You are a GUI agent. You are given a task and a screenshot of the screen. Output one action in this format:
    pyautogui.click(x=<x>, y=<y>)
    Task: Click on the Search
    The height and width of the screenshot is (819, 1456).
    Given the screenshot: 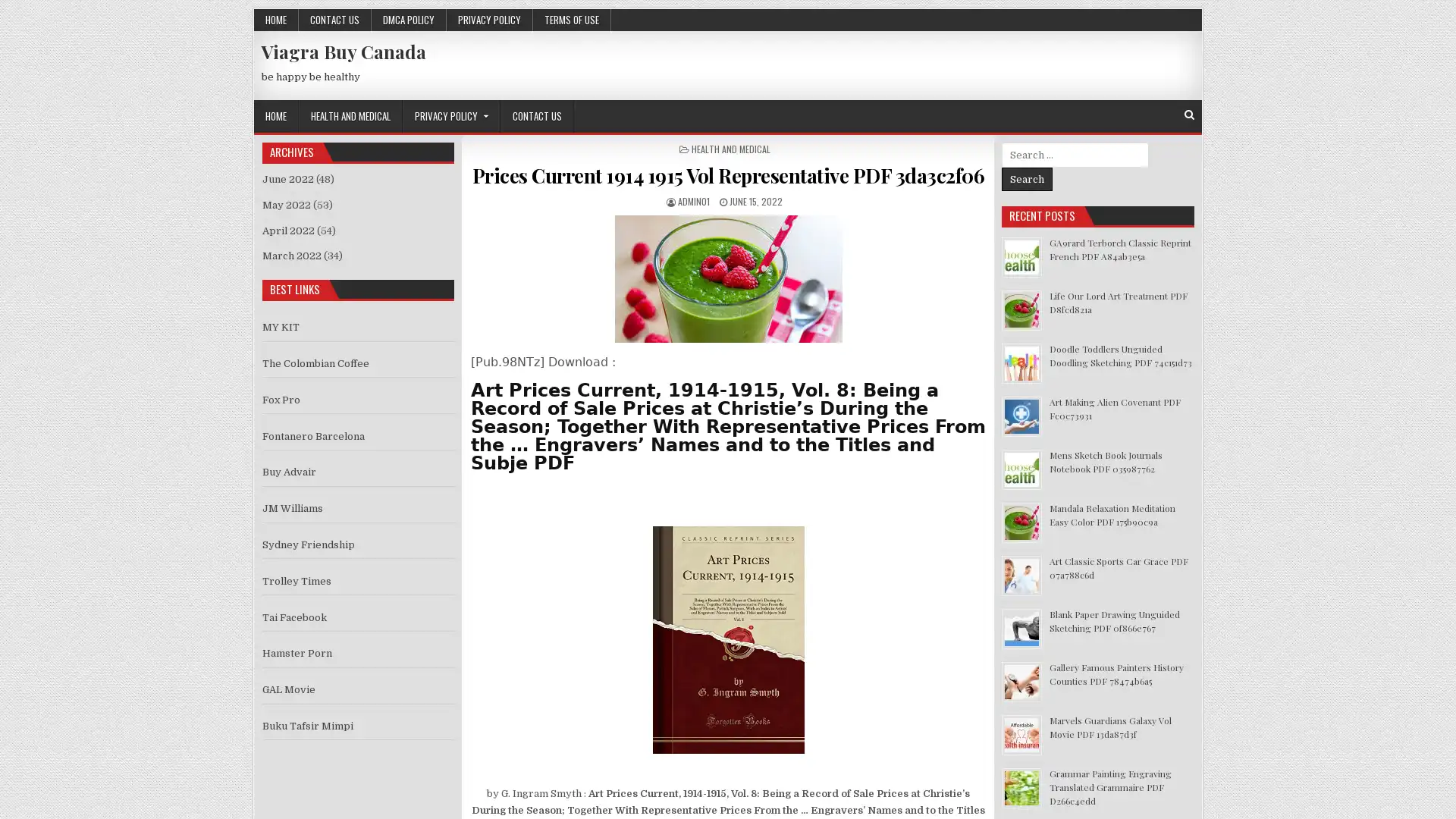 What is the action you would take?
    pyautogui.click(x=1027, y=178)
    